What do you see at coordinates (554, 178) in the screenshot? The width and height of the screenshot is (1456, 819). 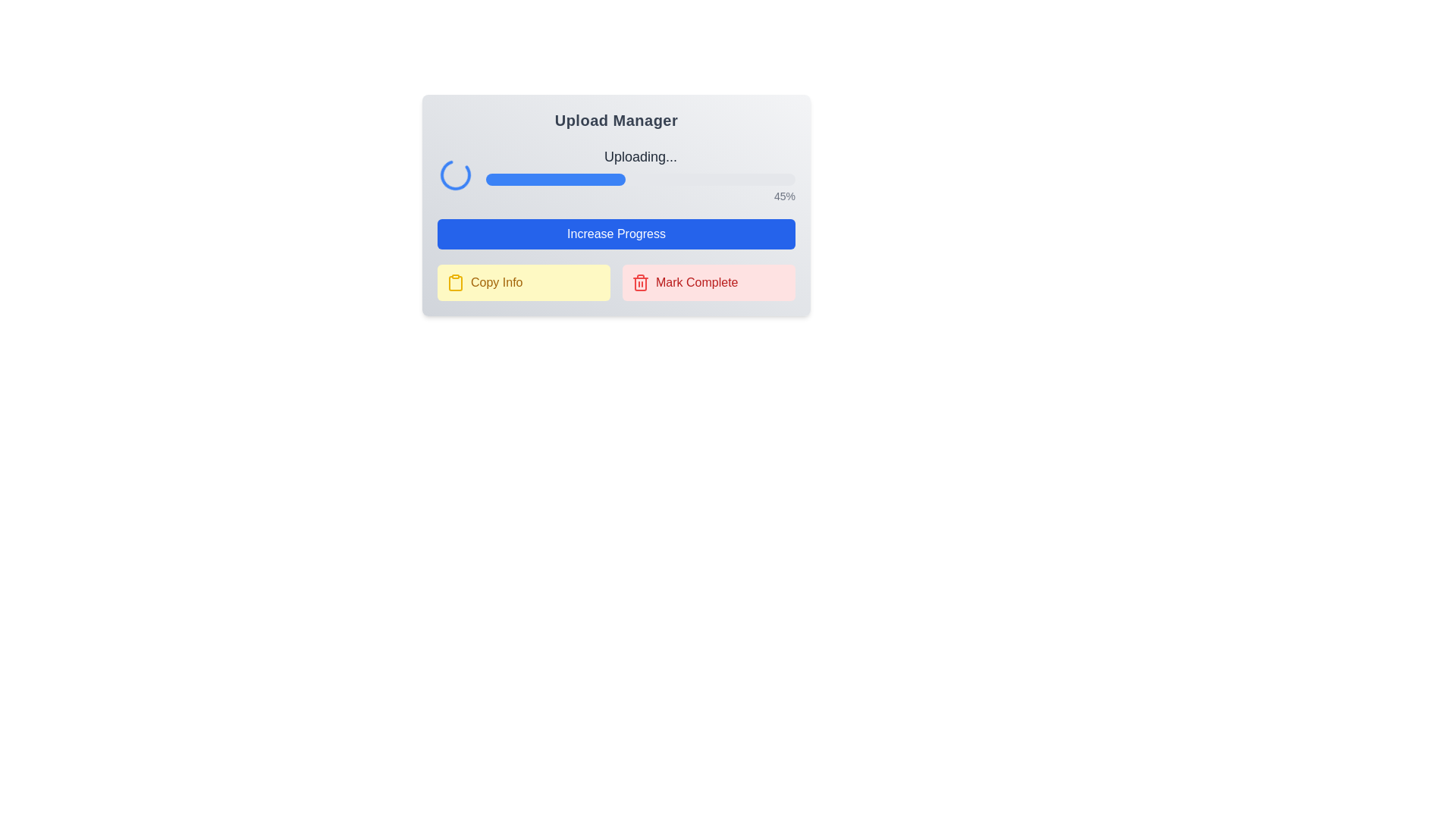 I see `the progress indicator that visually represents the progress made in the upload task, currently at 45%, located within the 'Upload Manager' panel` at bounding box center [554, 178].